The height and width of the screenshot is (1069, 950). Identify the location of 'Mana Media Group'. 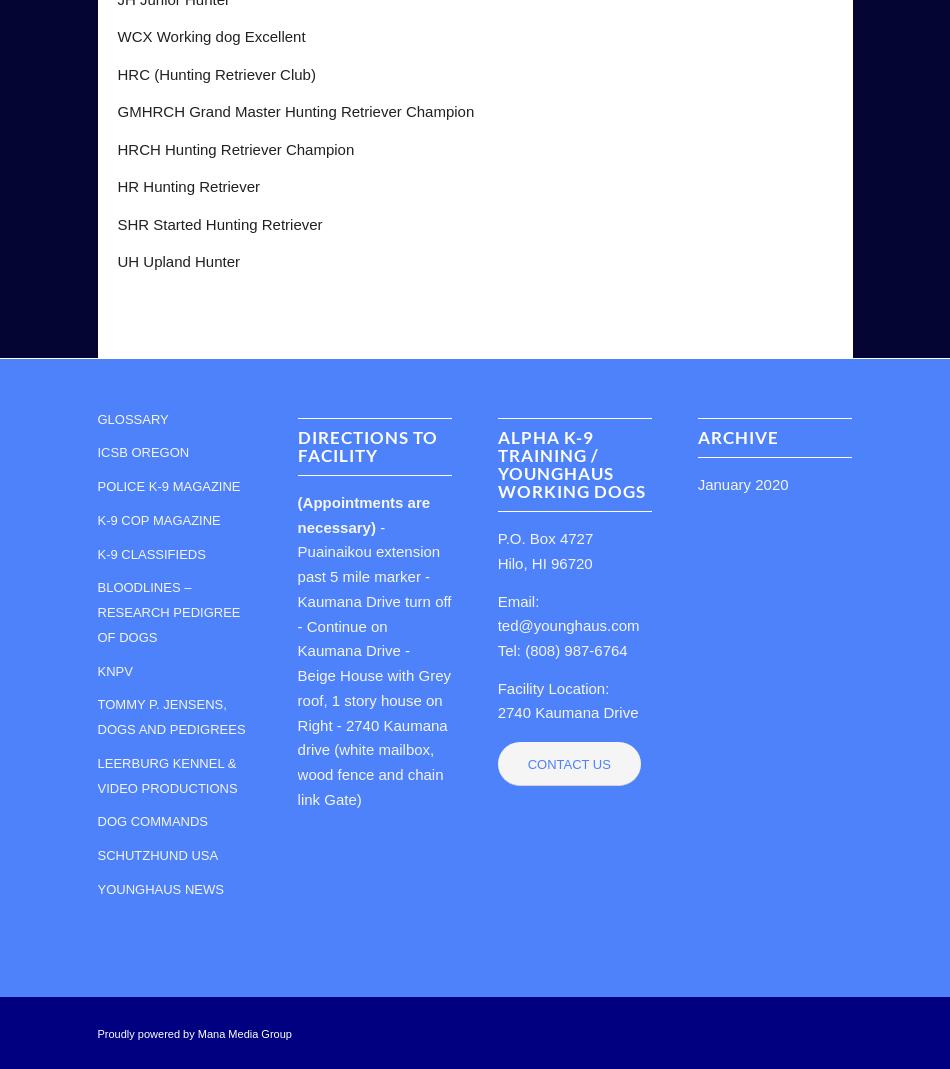
(197, 1034).